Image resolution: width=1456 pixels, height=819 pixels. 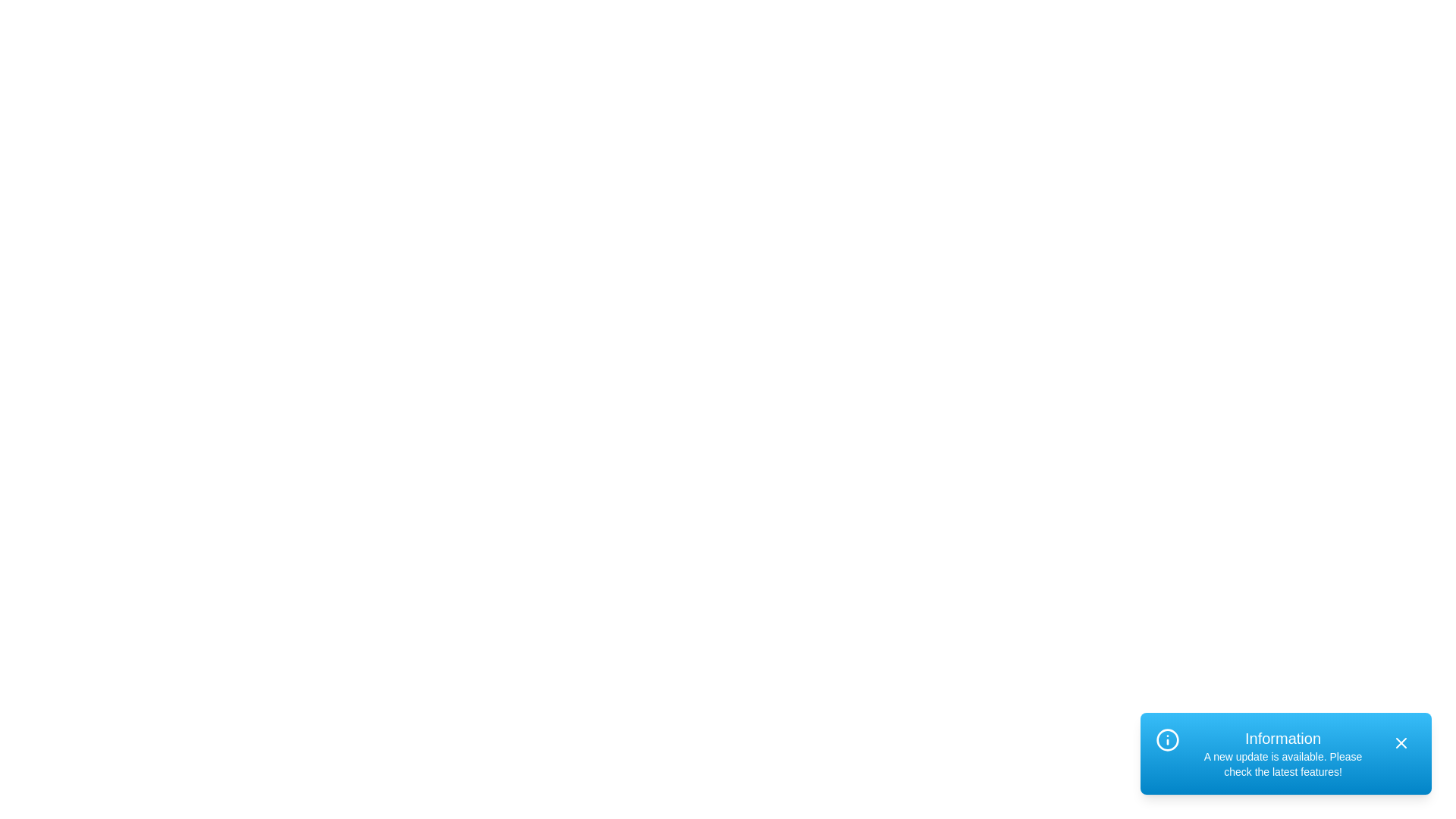 What do you see at coordinates (1167, 739) in the screenshot?
I see `the information icon in the alert` at bounding box center [1167, 739].